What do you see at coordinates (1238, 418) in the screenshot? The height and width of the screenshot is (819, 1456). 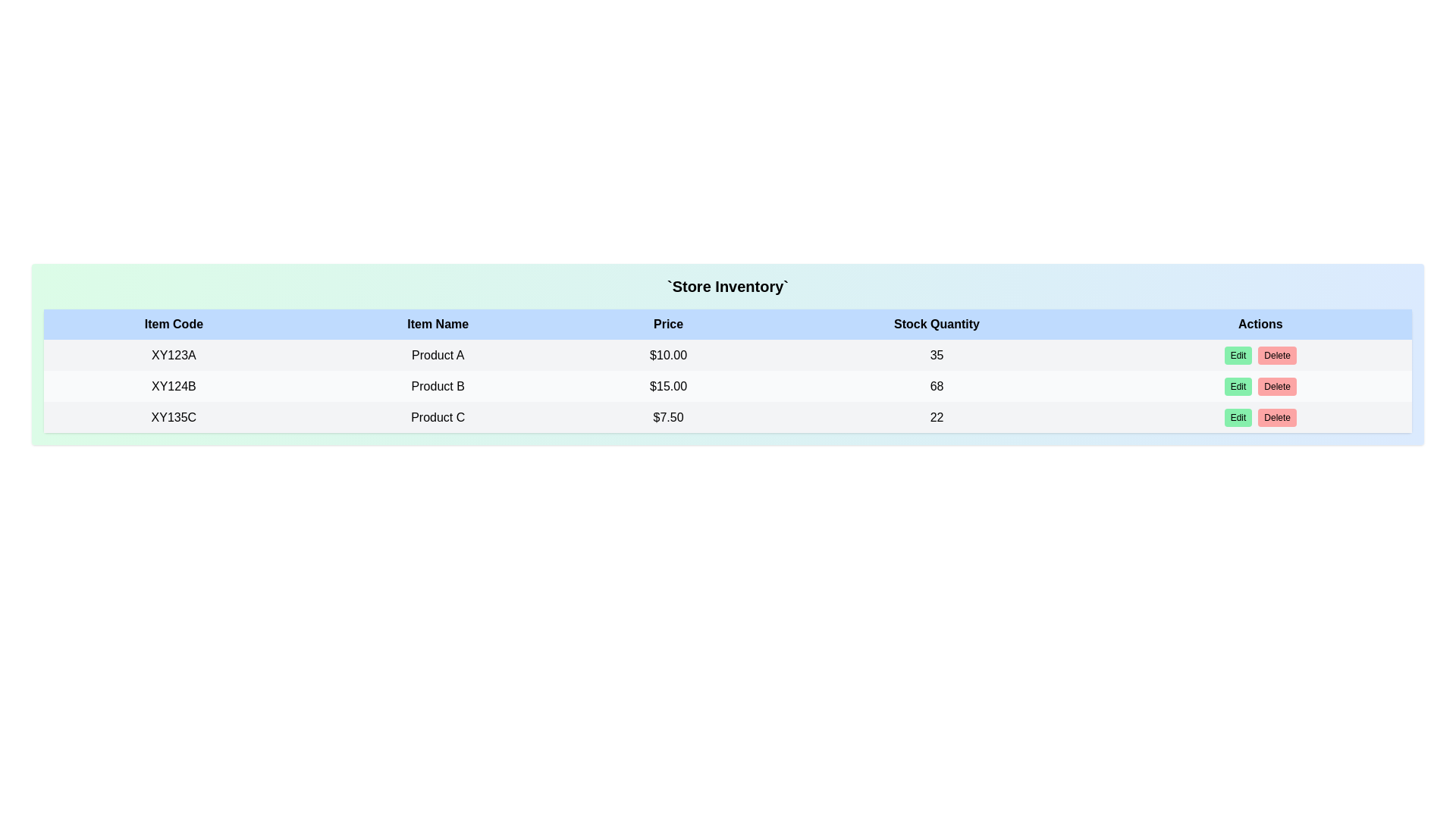 I see `the edit button located in the 'Actions' column of the bottom row of the table, which is directly to the left of the 'Delete' button` at bounding box center [1238, 418].